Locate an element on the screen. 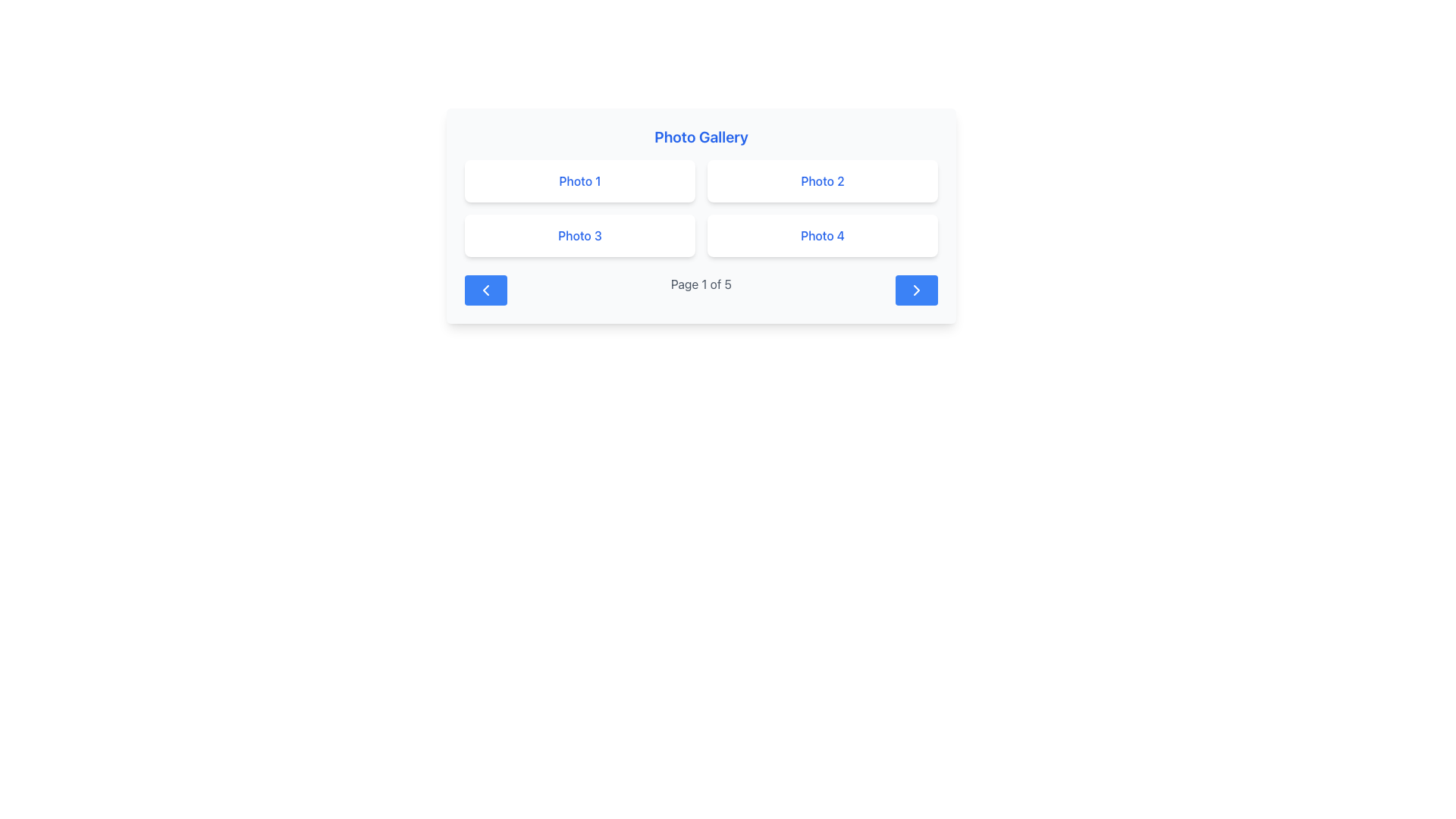 The image size is (1456, 819). text label displaying 'Photo 3' in blue font located in the bottom-left photo box of the photo gallery section is located at coordinates (579, 236).